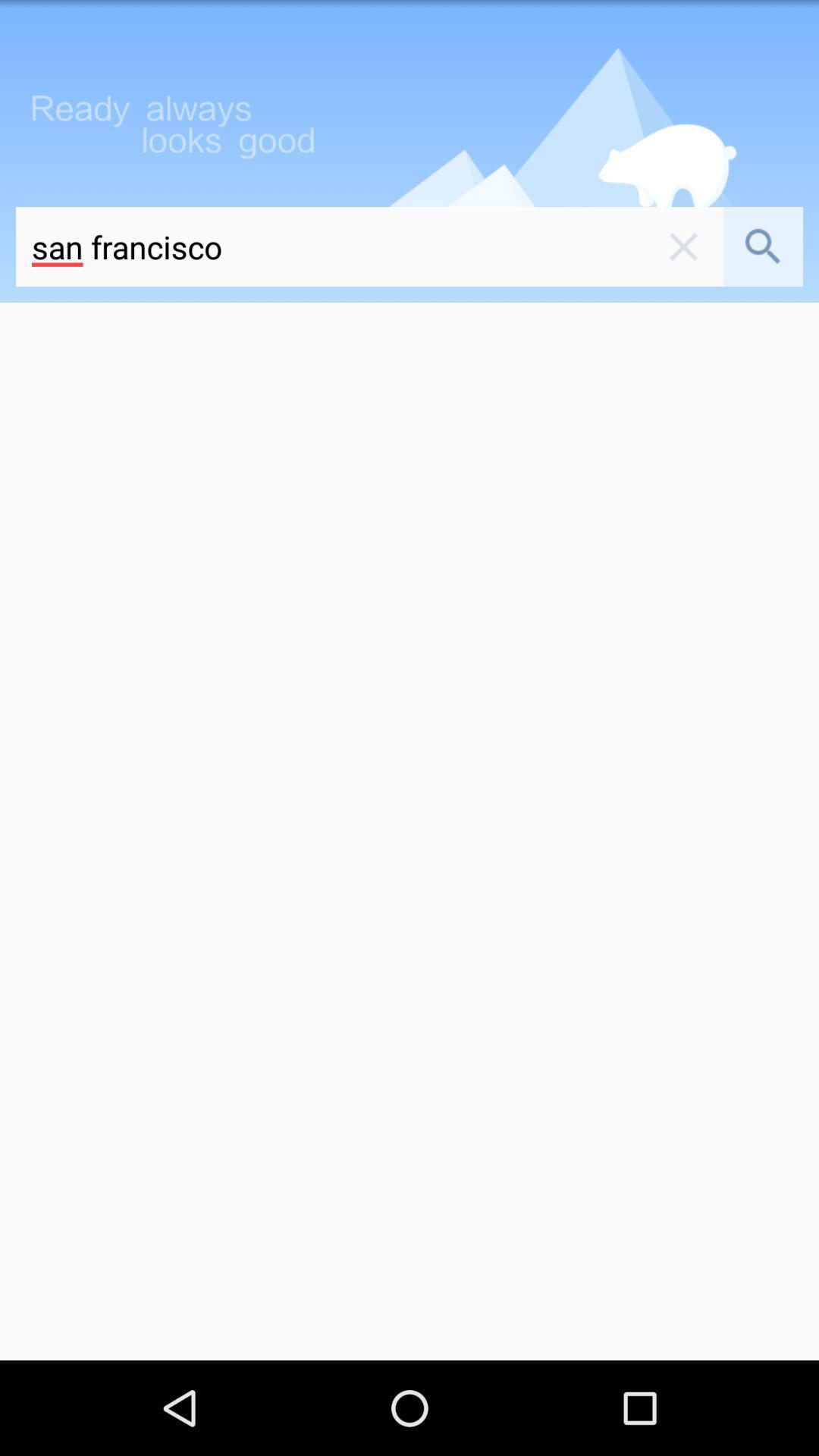 The height and width of the screenshot is (1456, 819). Describe the element at coordinates (409, 830) in the screenshot. I see `the icon below san francisco` at that location.